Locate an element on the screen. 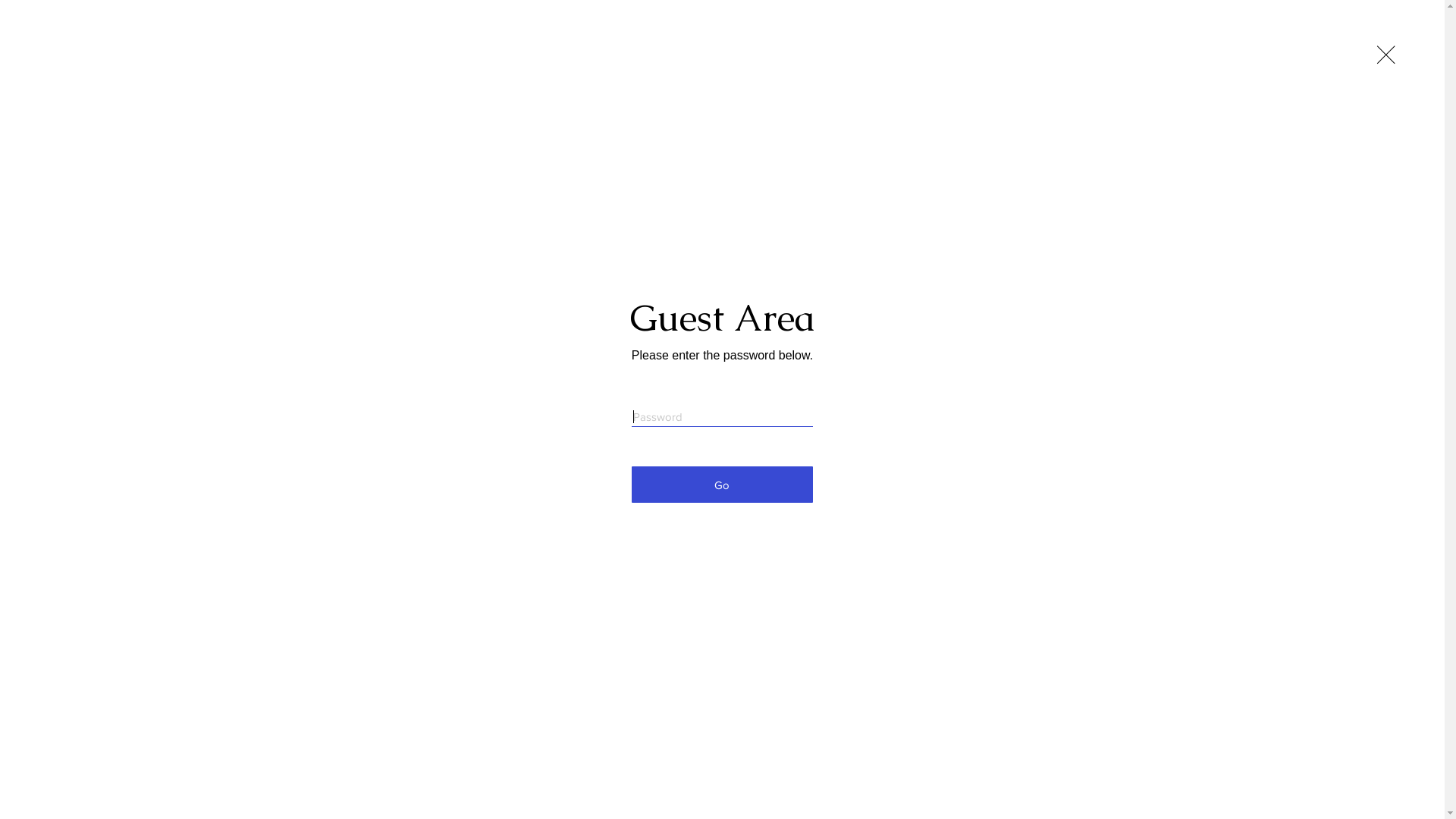 The width and height of the screenshot is (1456, 819). 'Go' is located at coordinates (721, 485).